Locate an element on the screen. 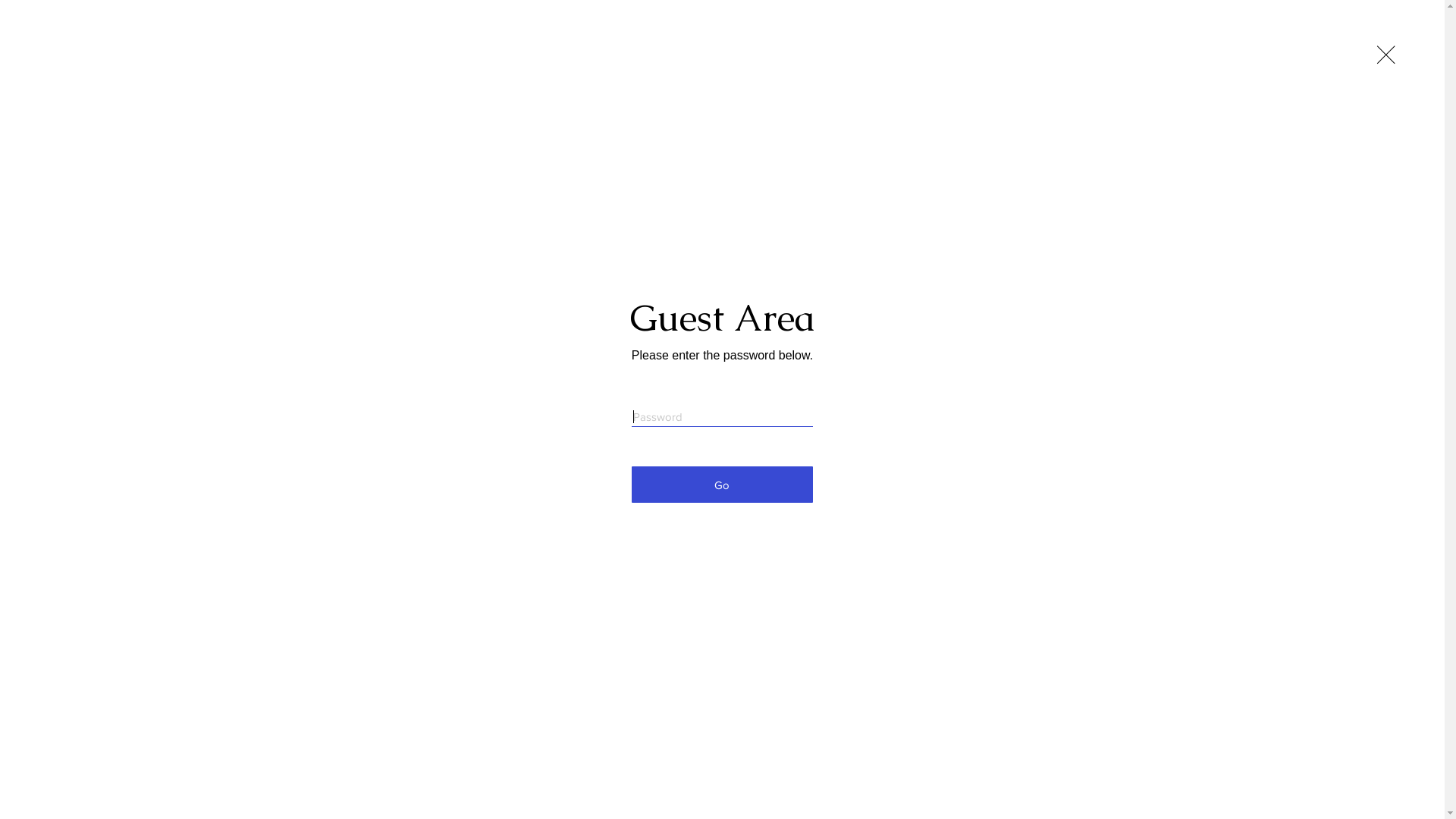 The width and height of the screenshot is (1456, 819). 'Go' is located at coordinates (721, 485).